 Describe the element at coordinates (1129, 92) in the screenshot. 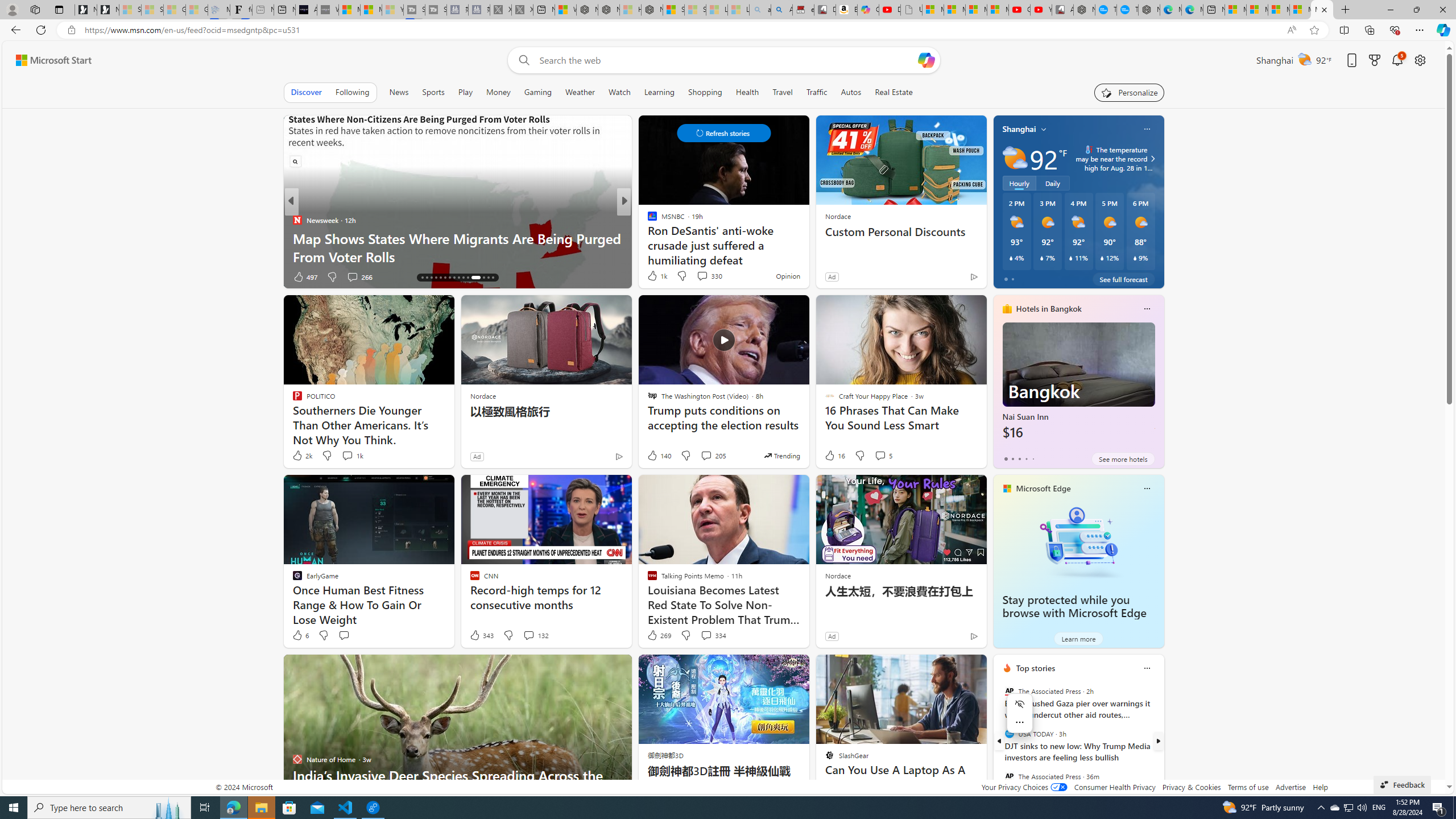

I see `'Personalize your feed"'` at that location.